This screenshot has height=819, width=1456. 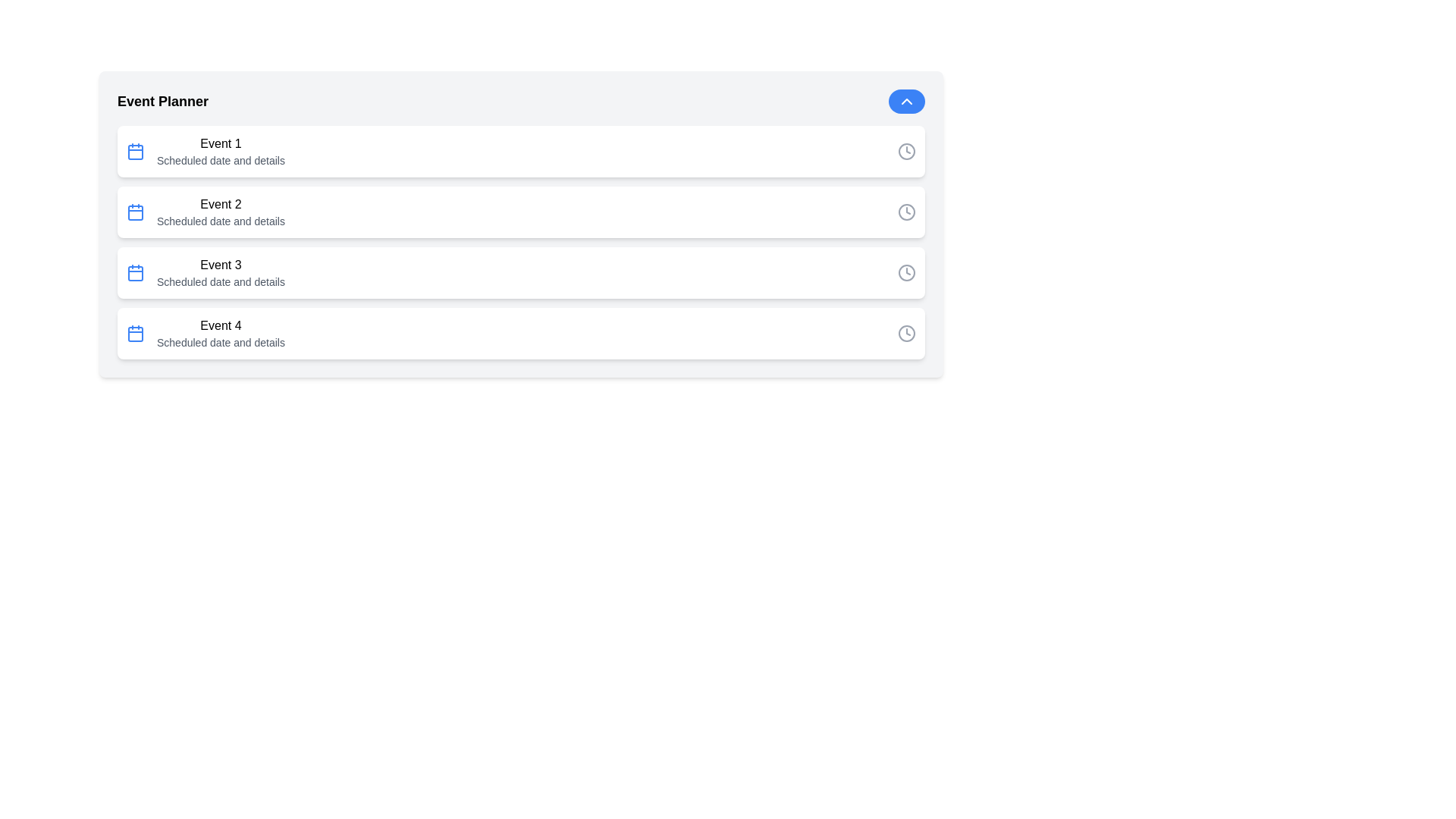 What do you see at coordinates (906, 102) in the screenshot?
I see `the toggle button on the right side of the 'Event Planner' header bar` at bounding box center [906, 102].